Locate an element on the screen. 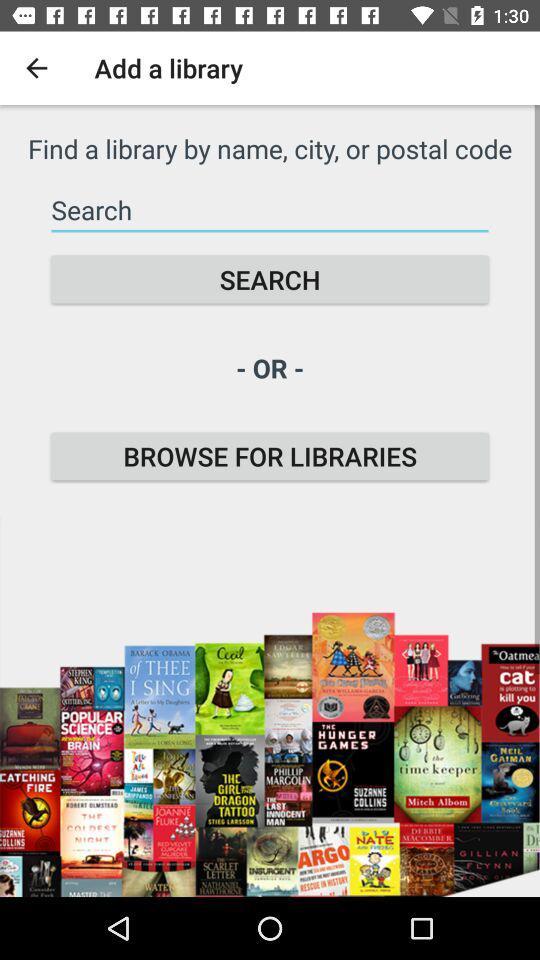 The image size is (540, 960). the icon above the search icon is located at coordinates (270, 210).